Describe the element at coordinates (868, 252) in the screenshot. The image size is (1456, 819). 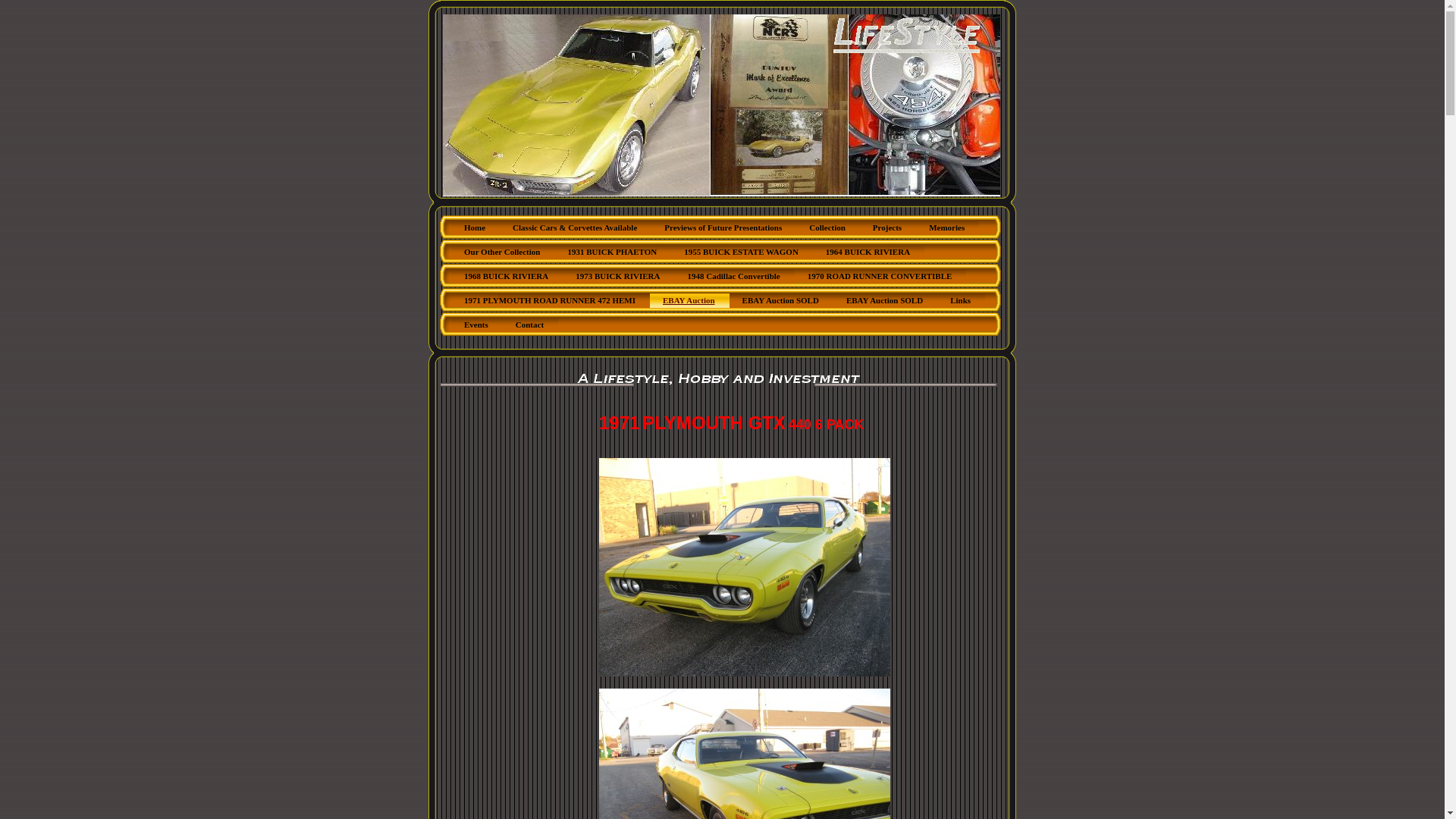
I see `'1964 BUICK RIVIERA'` at that location.